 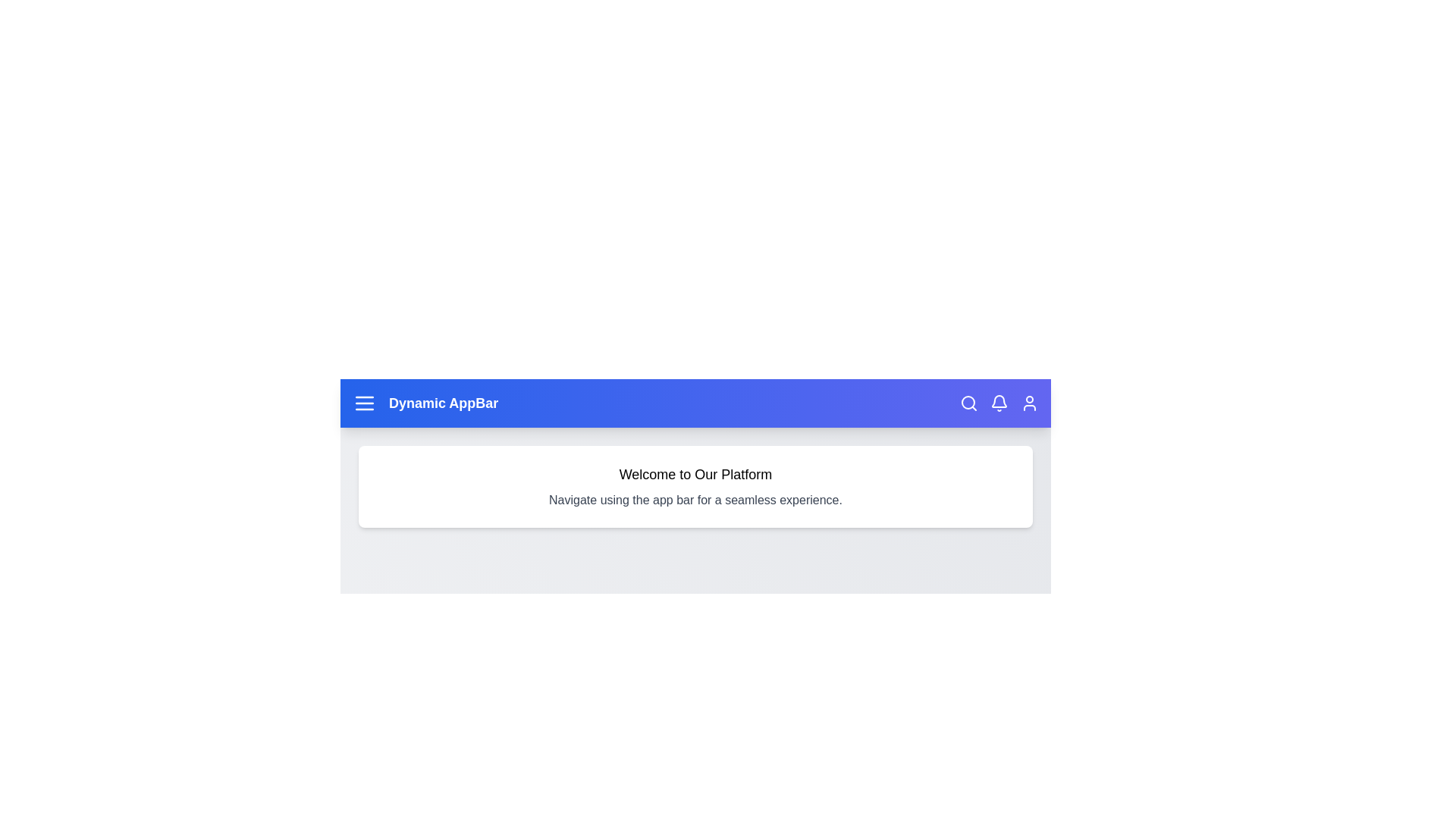 What do you see at coordinates (695, 473) in the screenshot?
I see `the subheader text to select it` at bounding box center [695, 473].